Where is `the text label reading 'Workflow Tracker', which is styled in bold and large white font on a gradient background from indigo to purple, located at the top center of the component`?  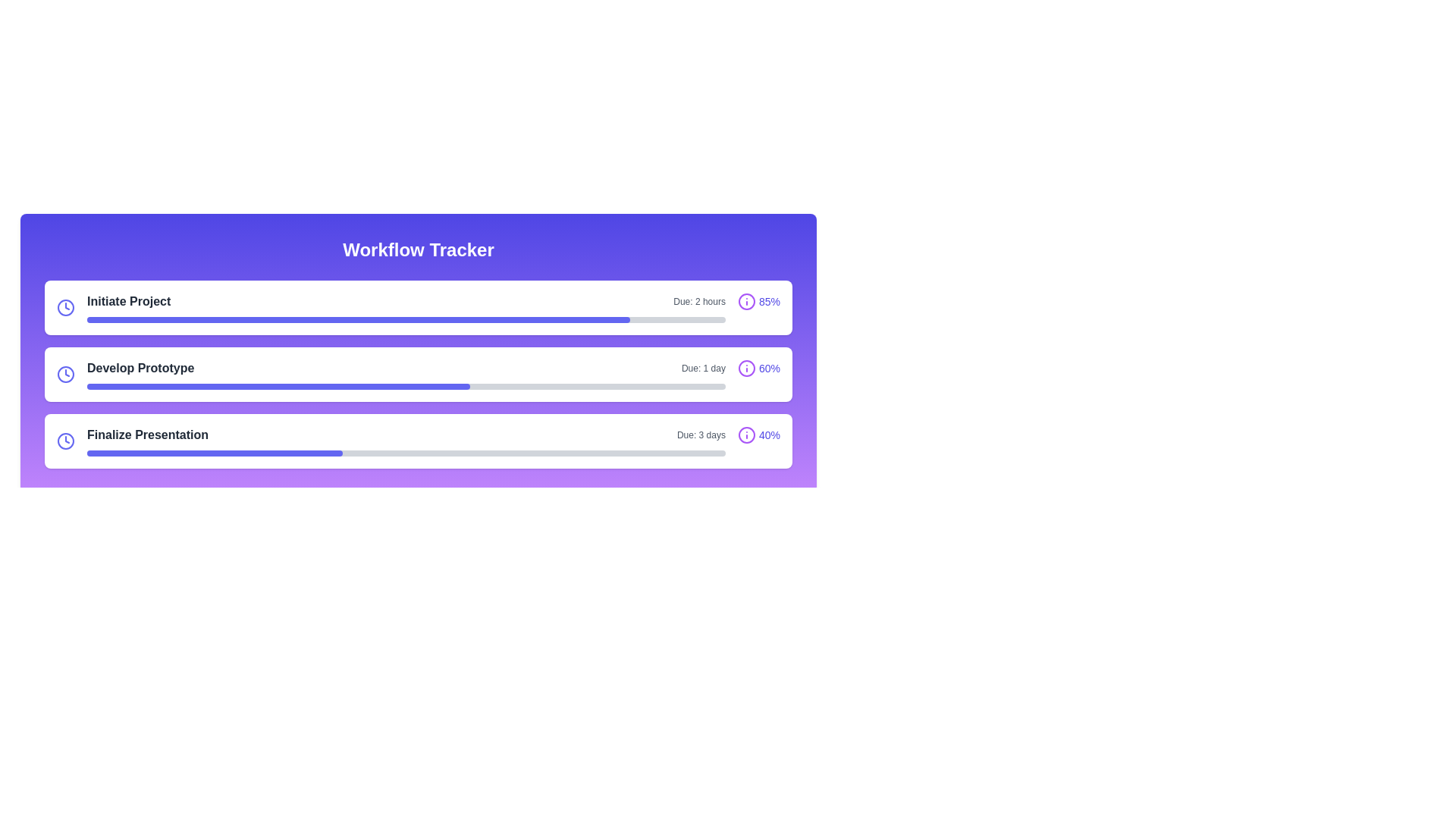 the text label reading 'Workflow Tracker', which is styled in bold and large white font on a gradient background from indigo to purple, located at the top center of the component is located at coordinates (419, 249).